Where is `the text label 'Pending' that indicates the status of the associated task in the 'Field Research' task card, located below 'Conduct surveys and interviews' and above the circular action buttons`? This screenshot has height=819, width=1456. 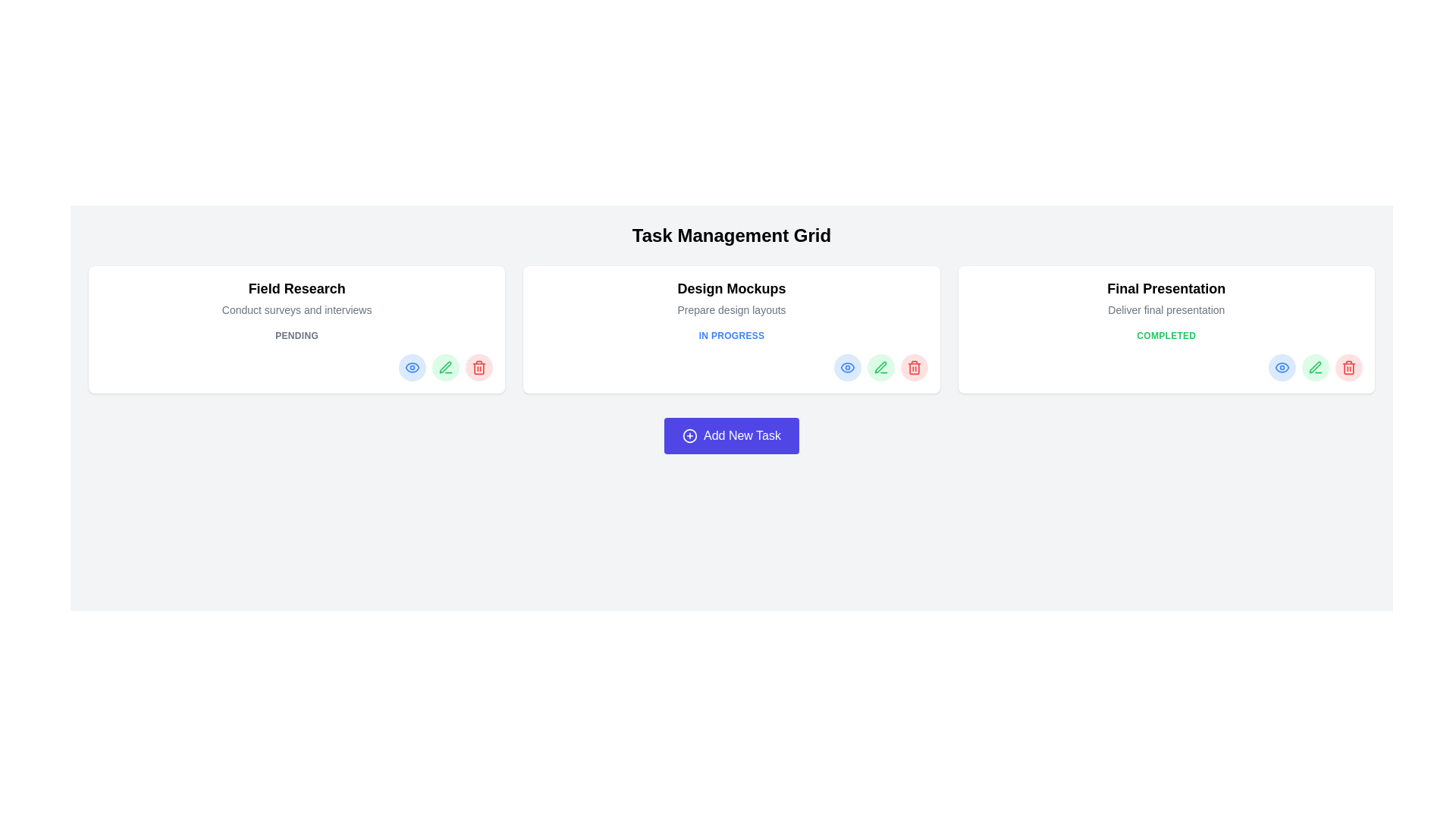
the text label 'Pending' that indicates the status of the associated task in the 'Field Research' task card, located below 'Conduct surveys and interviews' and above the circular action buttons is located at coordinates (297, 335).